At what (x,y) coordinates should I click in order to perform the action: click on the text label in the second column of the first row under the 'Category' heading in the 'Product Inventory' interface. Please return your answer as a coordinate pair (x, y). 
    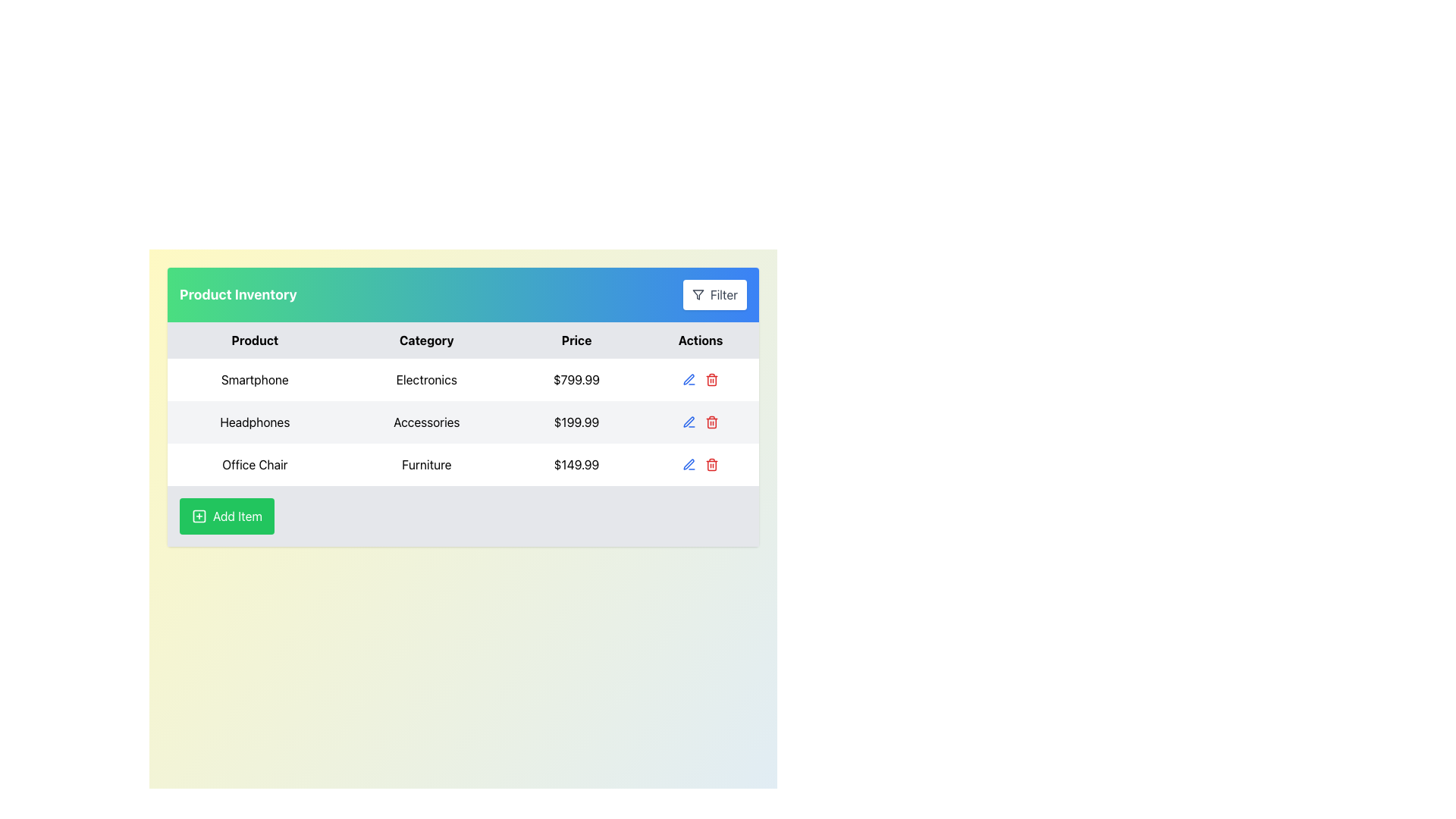
    Looking at the image, I should click on (425, 379).